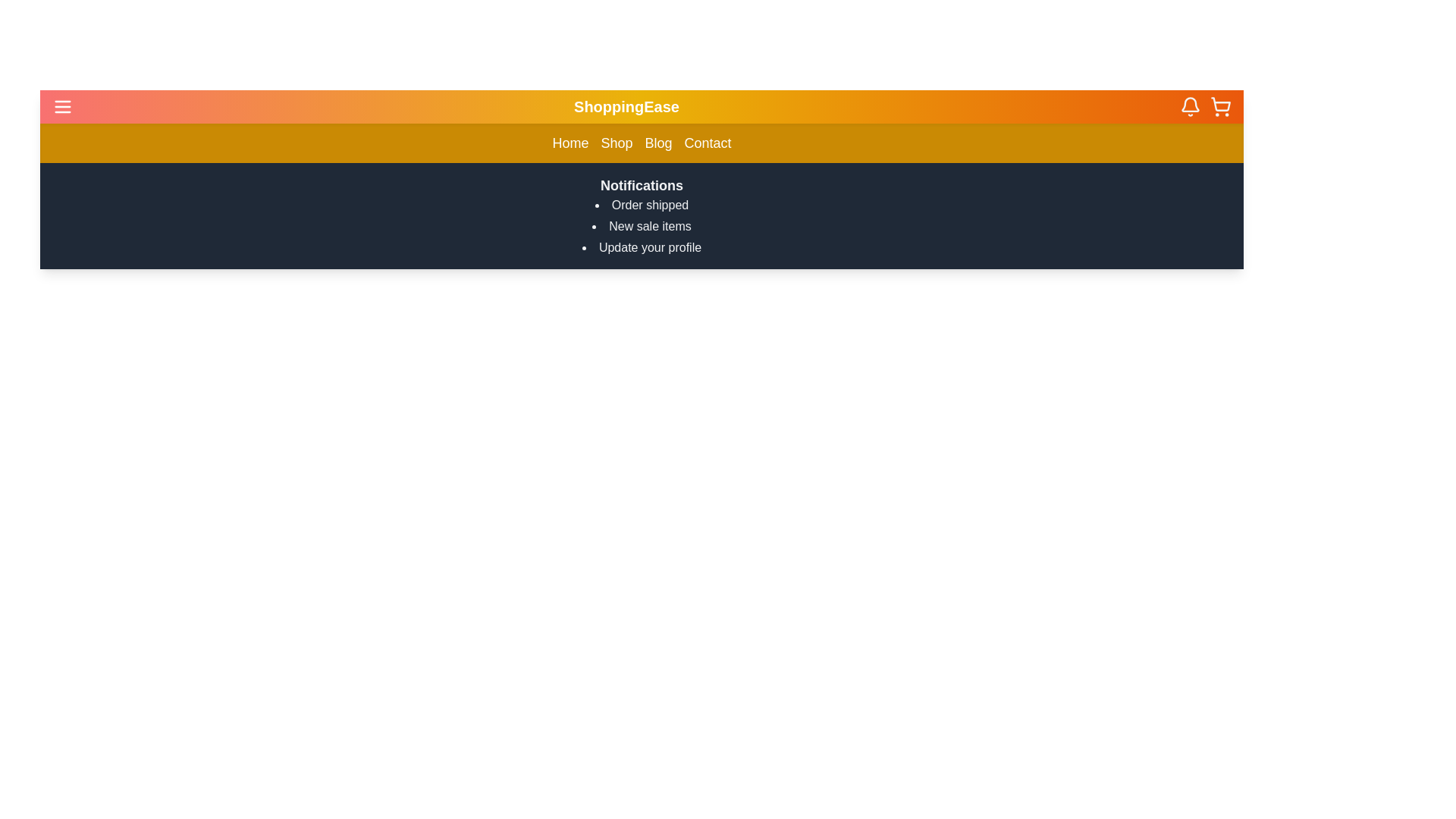  Describe the element at coordinates (658, 143) in the screenshot. I see `the 'Blog' text link in the navigation bar, which is the third item in a list of four links ('Home', 'Shop', 'Blog', 'Contact')` at that location.